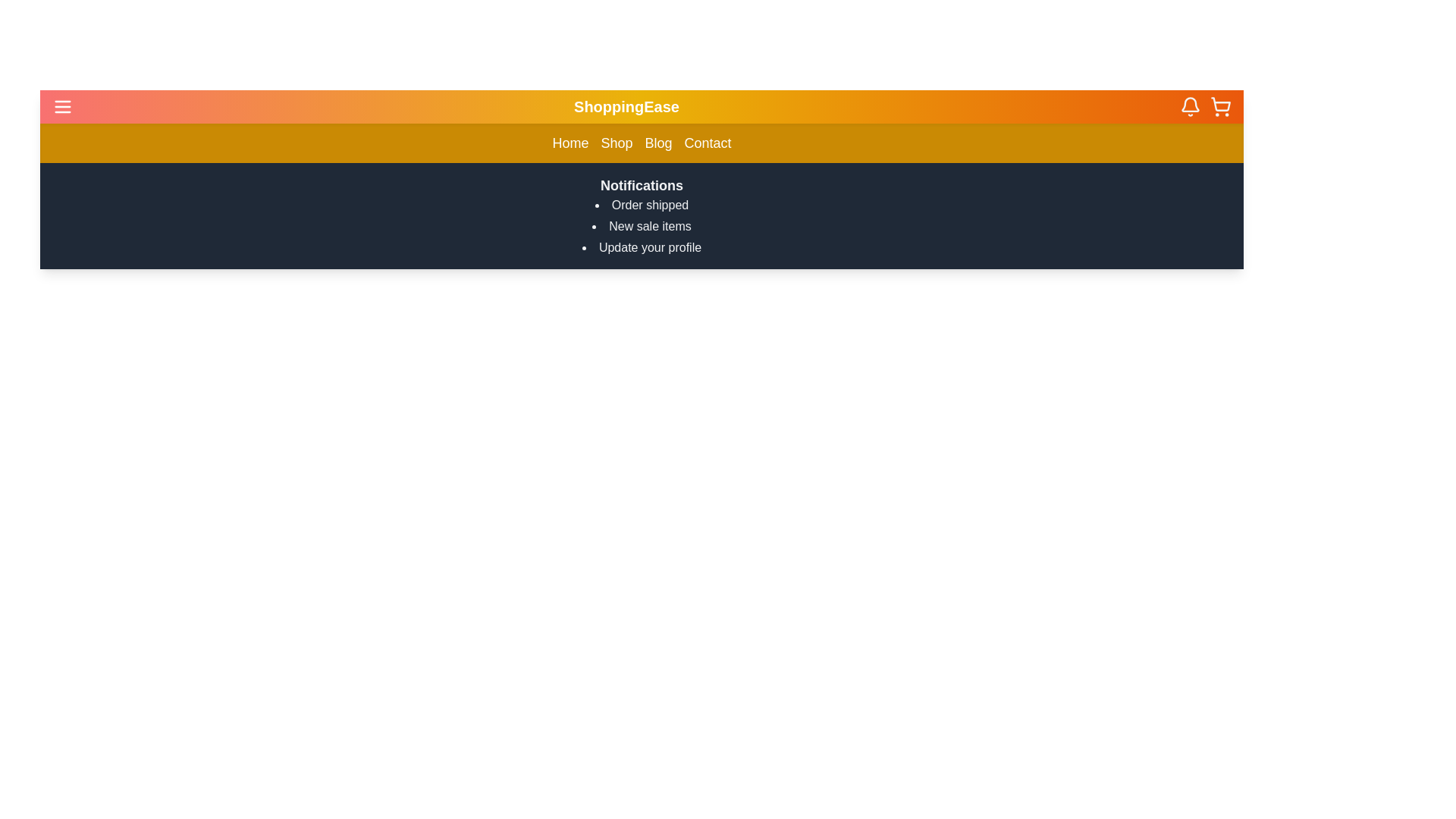  Describe the element at coordinates (658, 143) in the screenshot. I see `the 'Blog' text link in the navigation bar, which is the third item in a list of four links ('Home', 'Shop', 'Blog', 'Contact')` at that location.